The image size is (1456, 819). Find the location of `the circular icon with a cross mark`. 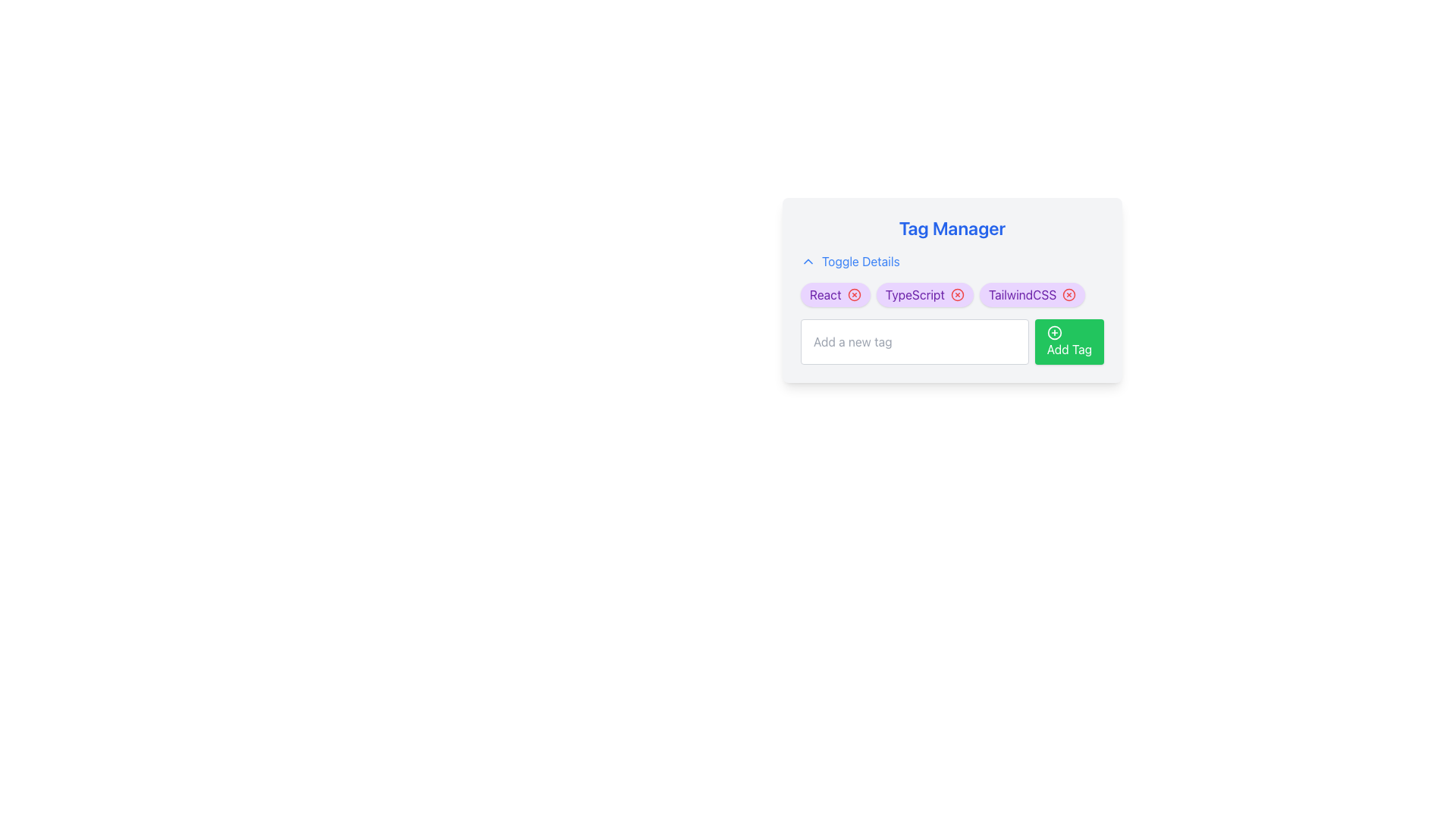

the circular icon with a cross mark is located at coordinates (956, 295).